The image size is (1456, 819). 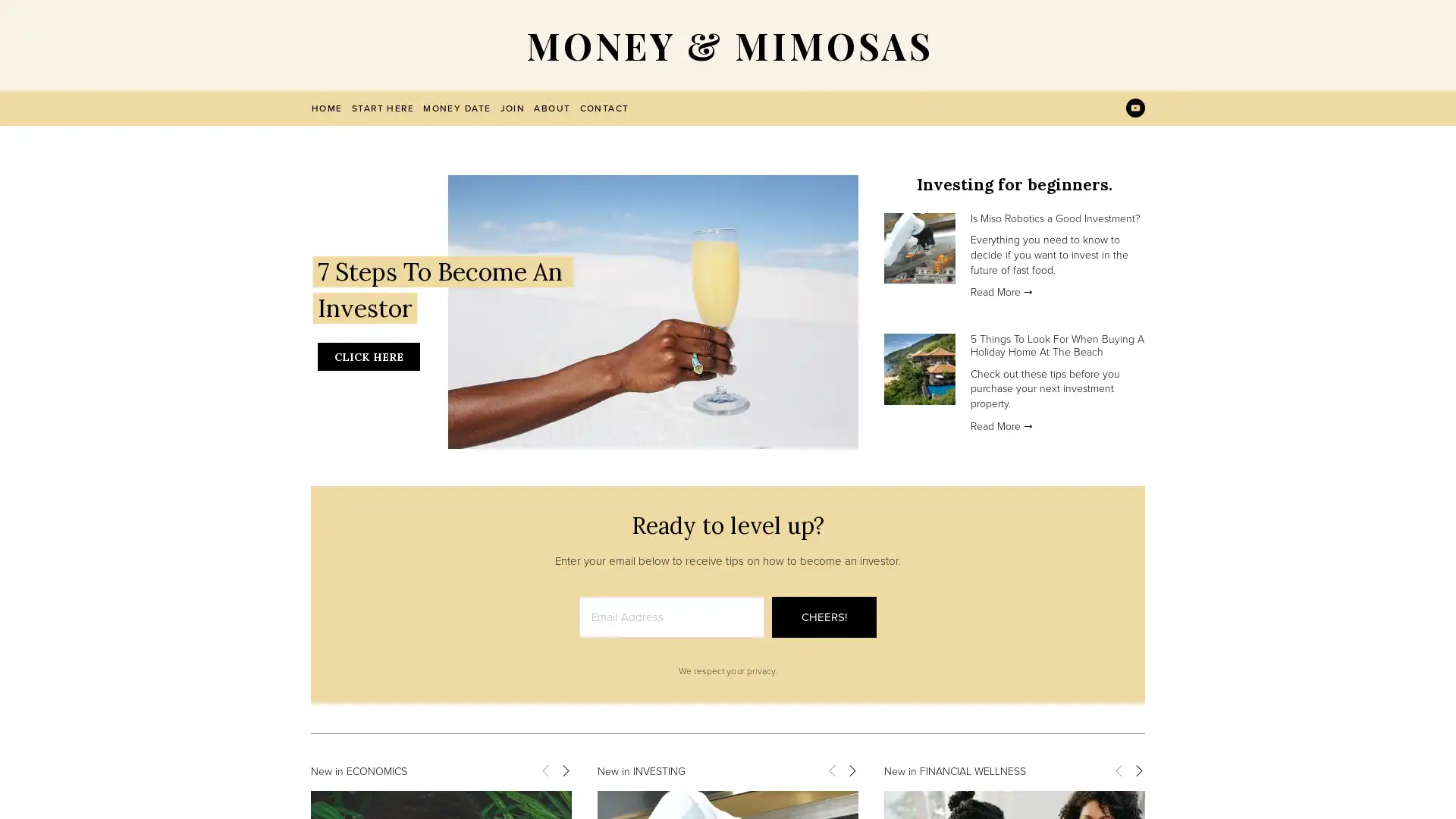 What do you see at coordinates (545, 769) in the screenshot?
I see `Previous` at bounding box center [545, 769].